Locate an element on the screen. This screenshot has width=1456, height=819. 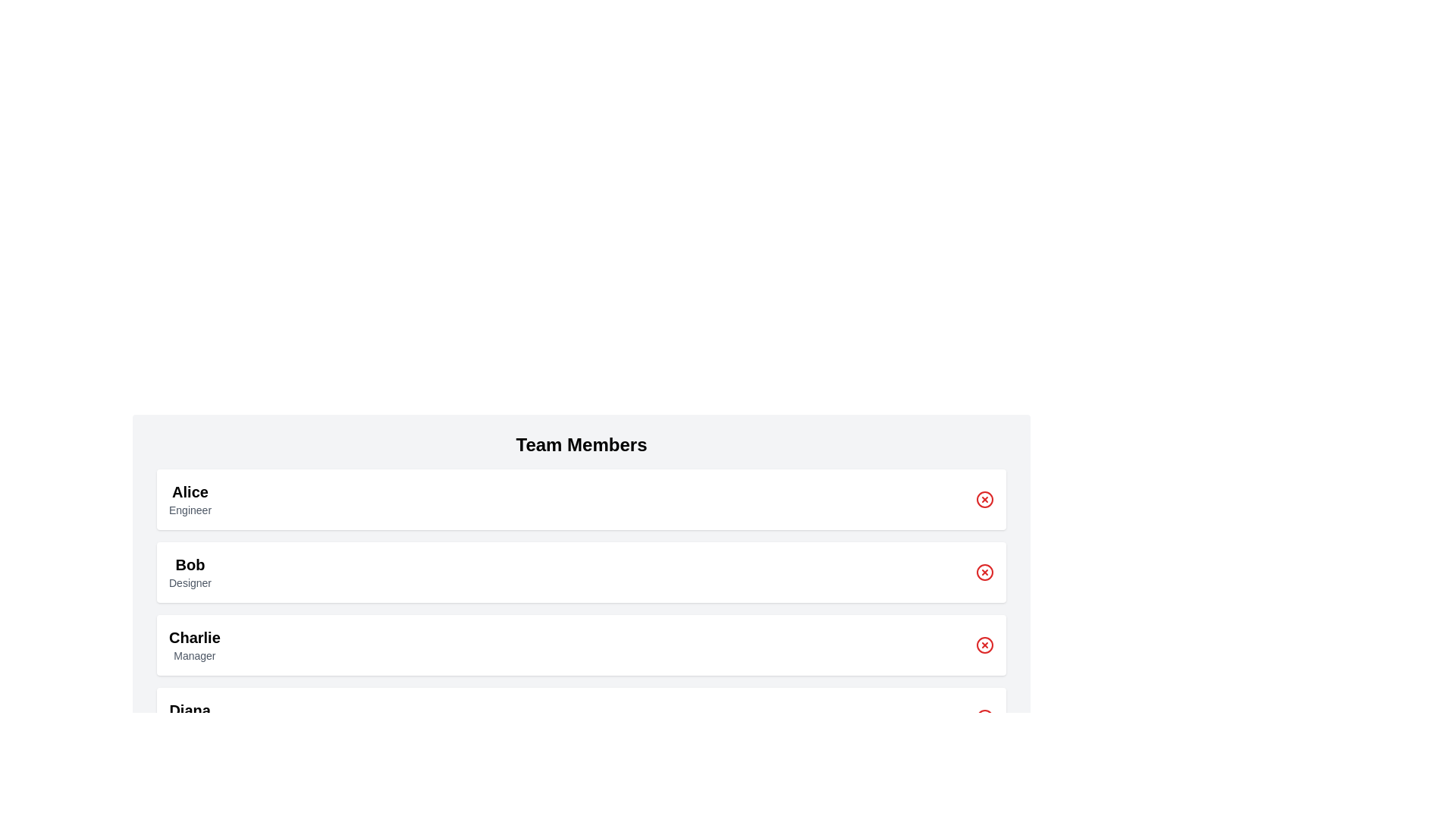
the delete button located at the far-right side of the last row in the team members list is located at coordinates (985, 717).